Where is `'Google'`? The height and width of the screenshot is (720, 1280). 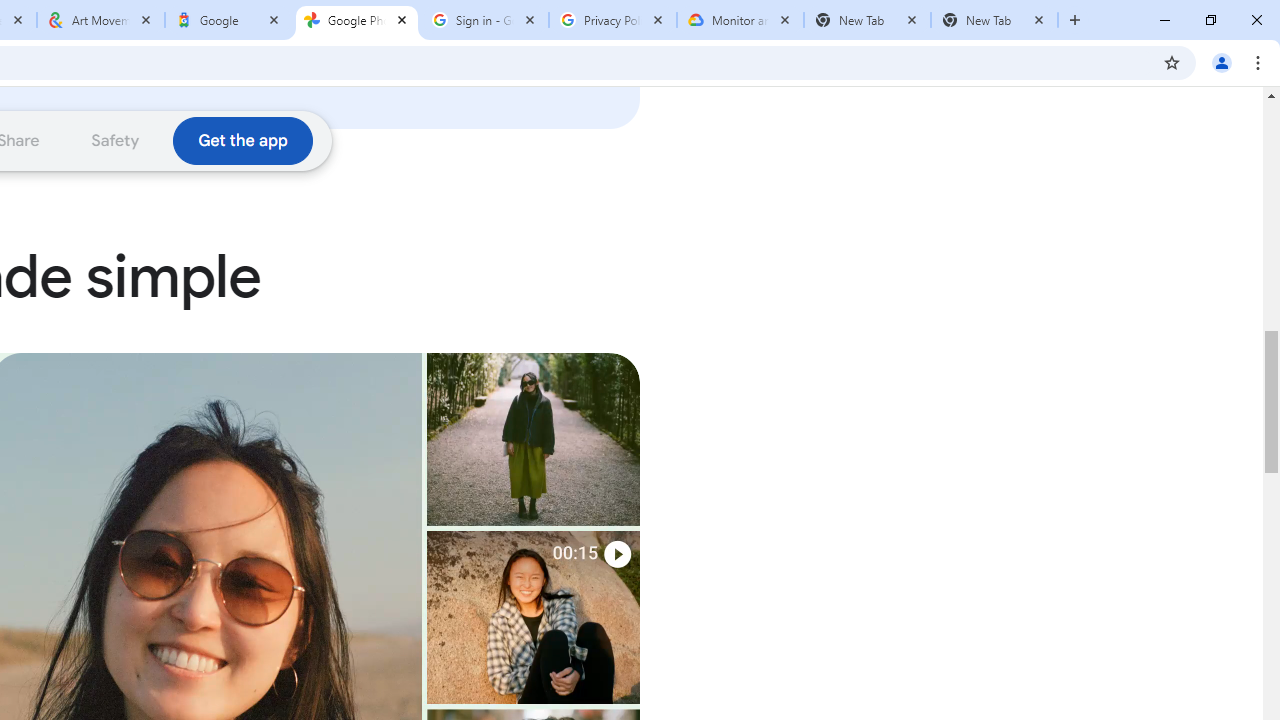
'Google' is located at coordinates (229, 20).